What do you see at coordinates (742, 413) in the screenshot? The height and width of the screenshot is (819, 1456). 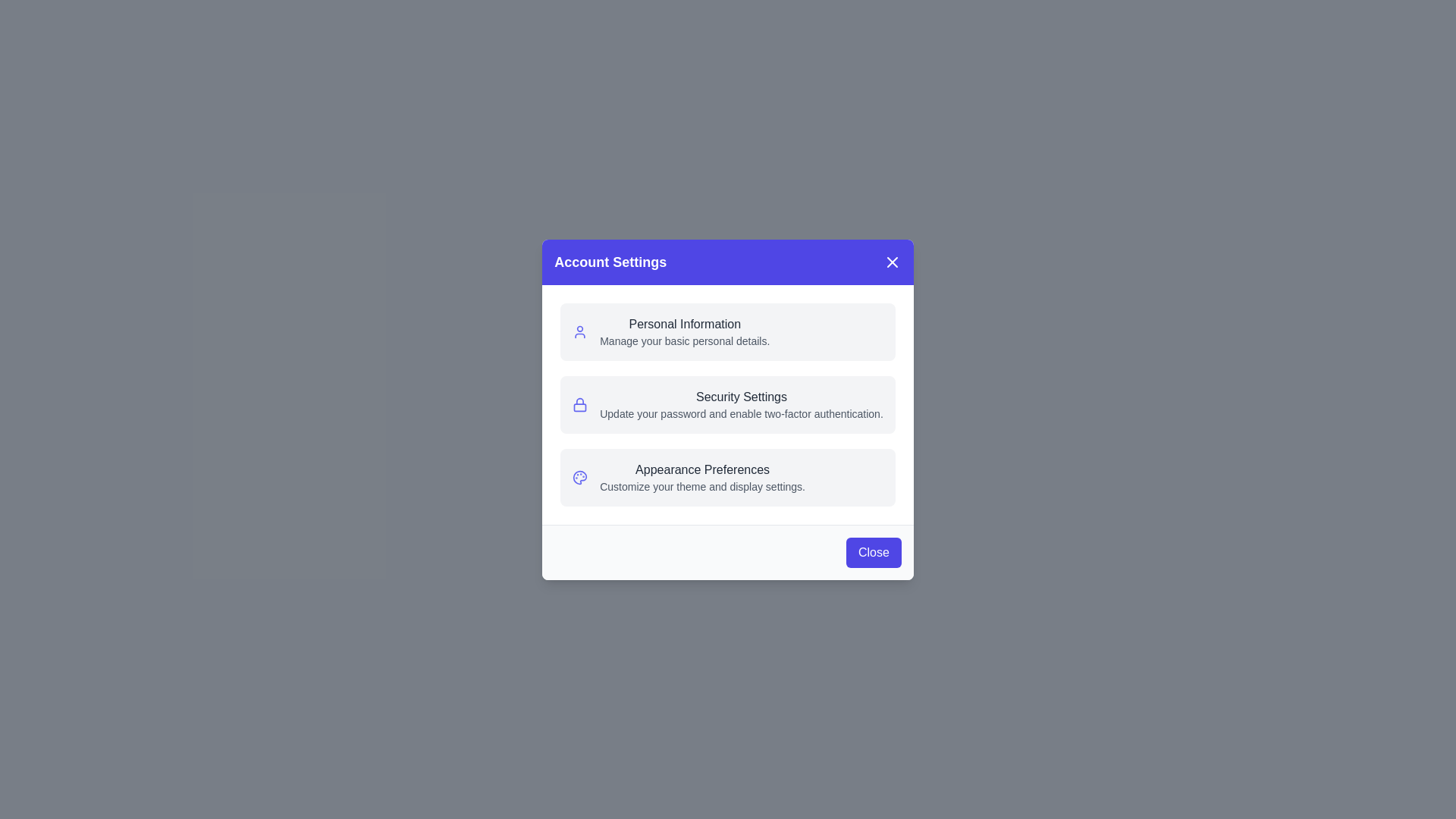 I see `the descriptive Text label for the 'Security Settings' section, which provides information on managing settings in the modal dialog` at bounding box center [742, 413].